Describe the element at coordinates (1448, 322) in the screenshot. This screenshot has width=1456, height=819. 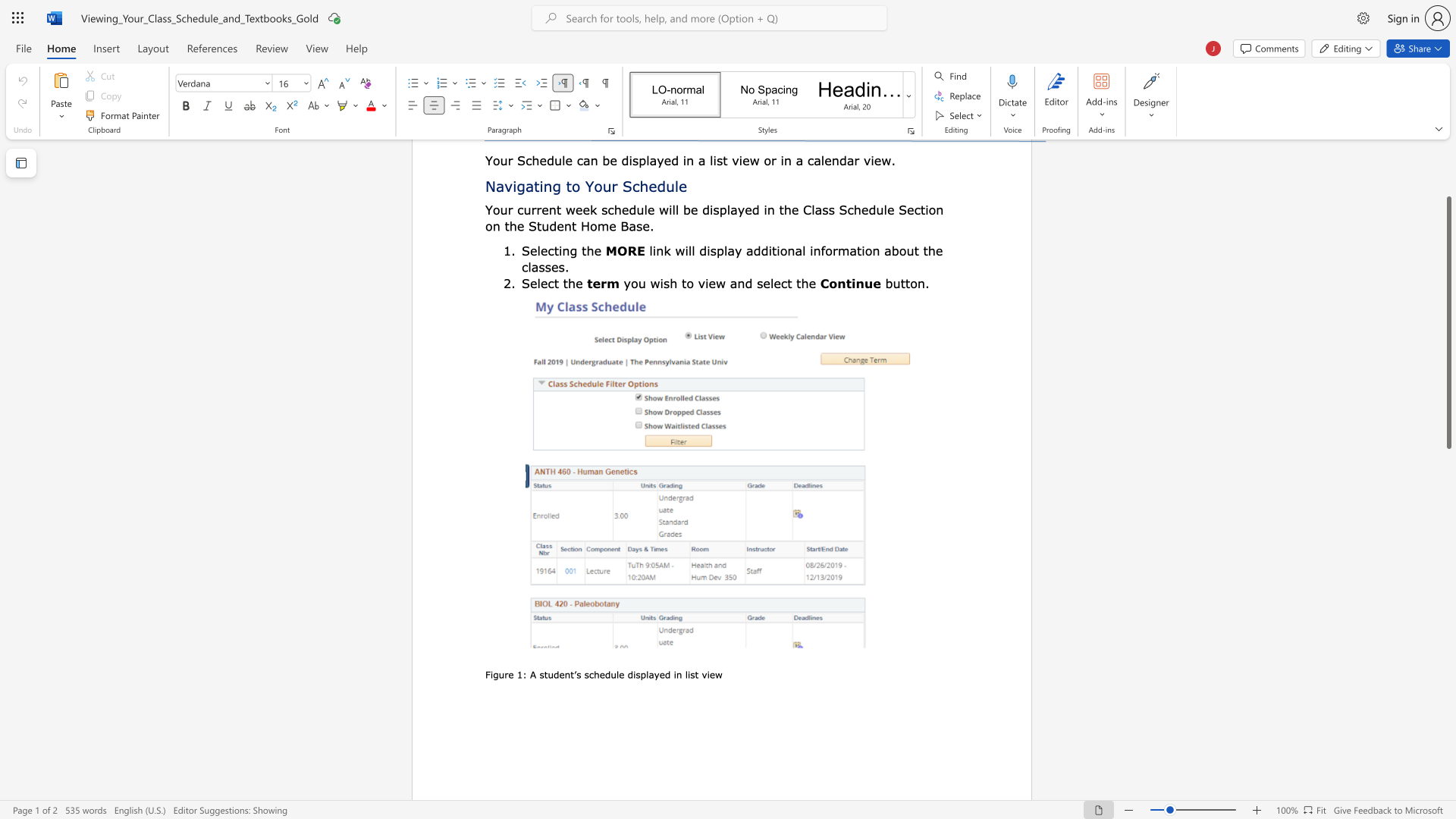
I see `the scrollbar and move up 50 pixels` at that location.